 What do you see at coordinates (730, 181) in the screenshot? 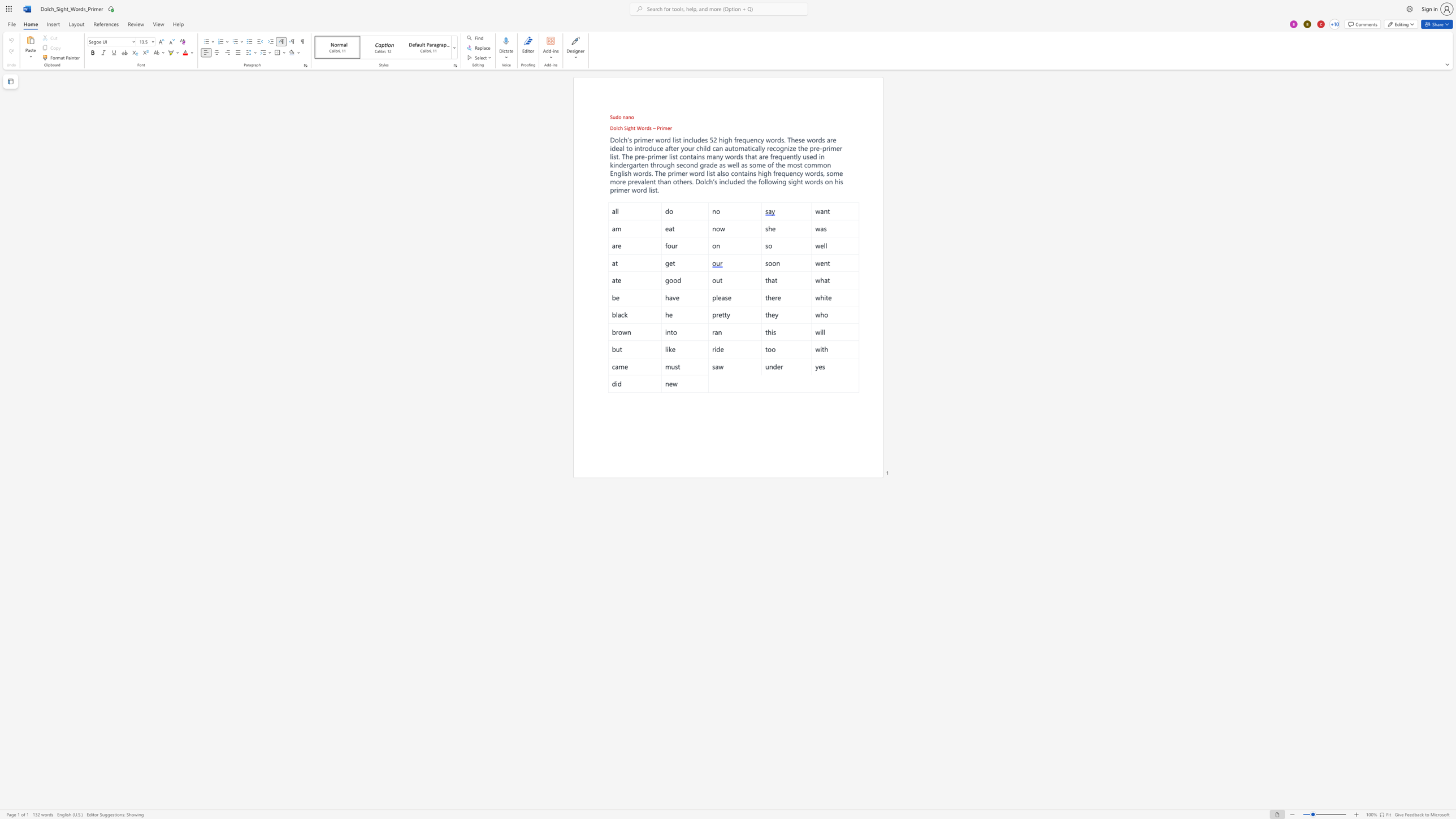
I see `the space between the continuous character "l" and "u" in the text` at bounding box center [730, 181].